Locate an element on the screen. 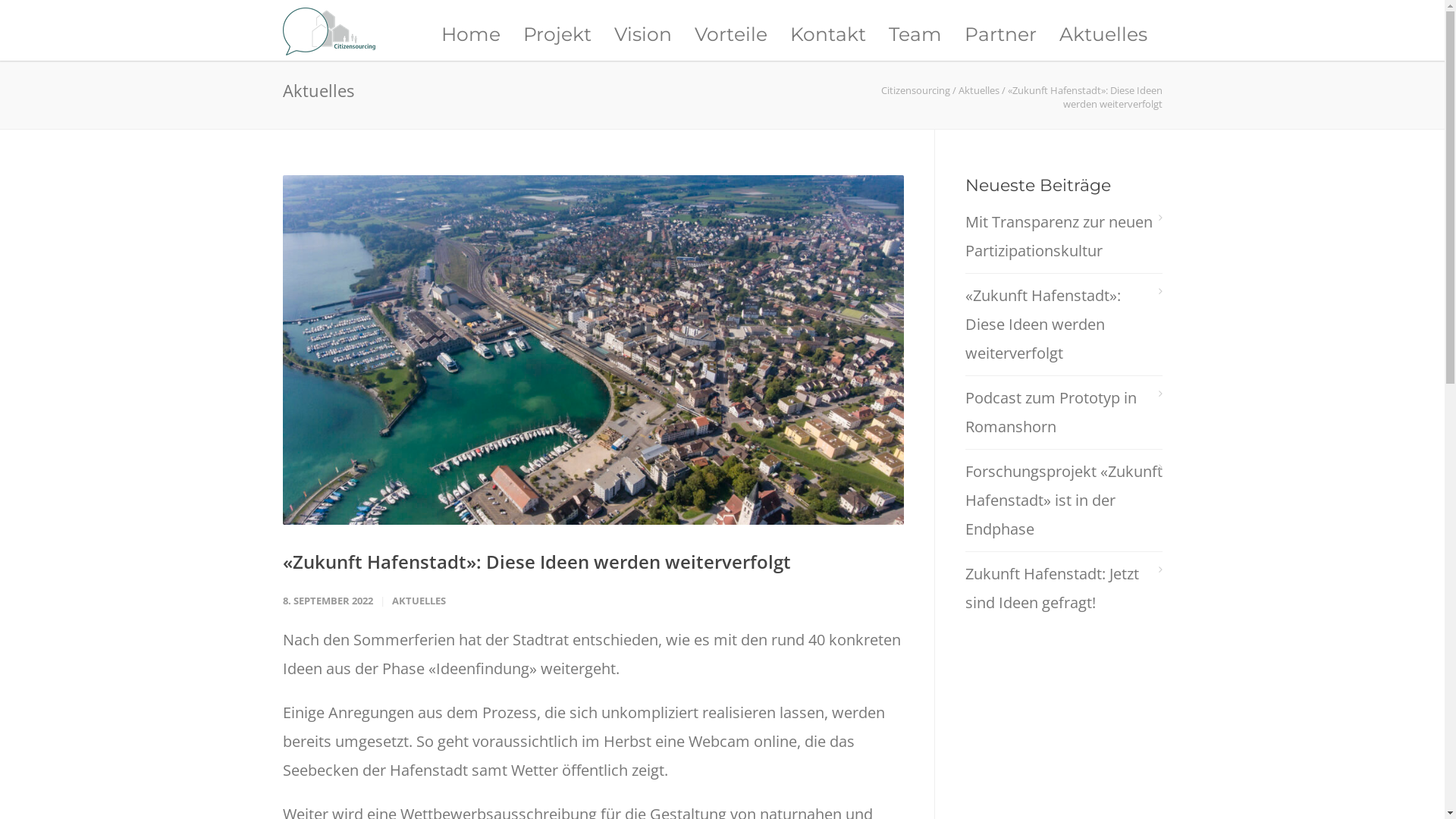 This screenshot has width=1456, height=819. 'Mit Transparenz zur neuen Partizipationskultur' is located at coordinates (1062, 237).